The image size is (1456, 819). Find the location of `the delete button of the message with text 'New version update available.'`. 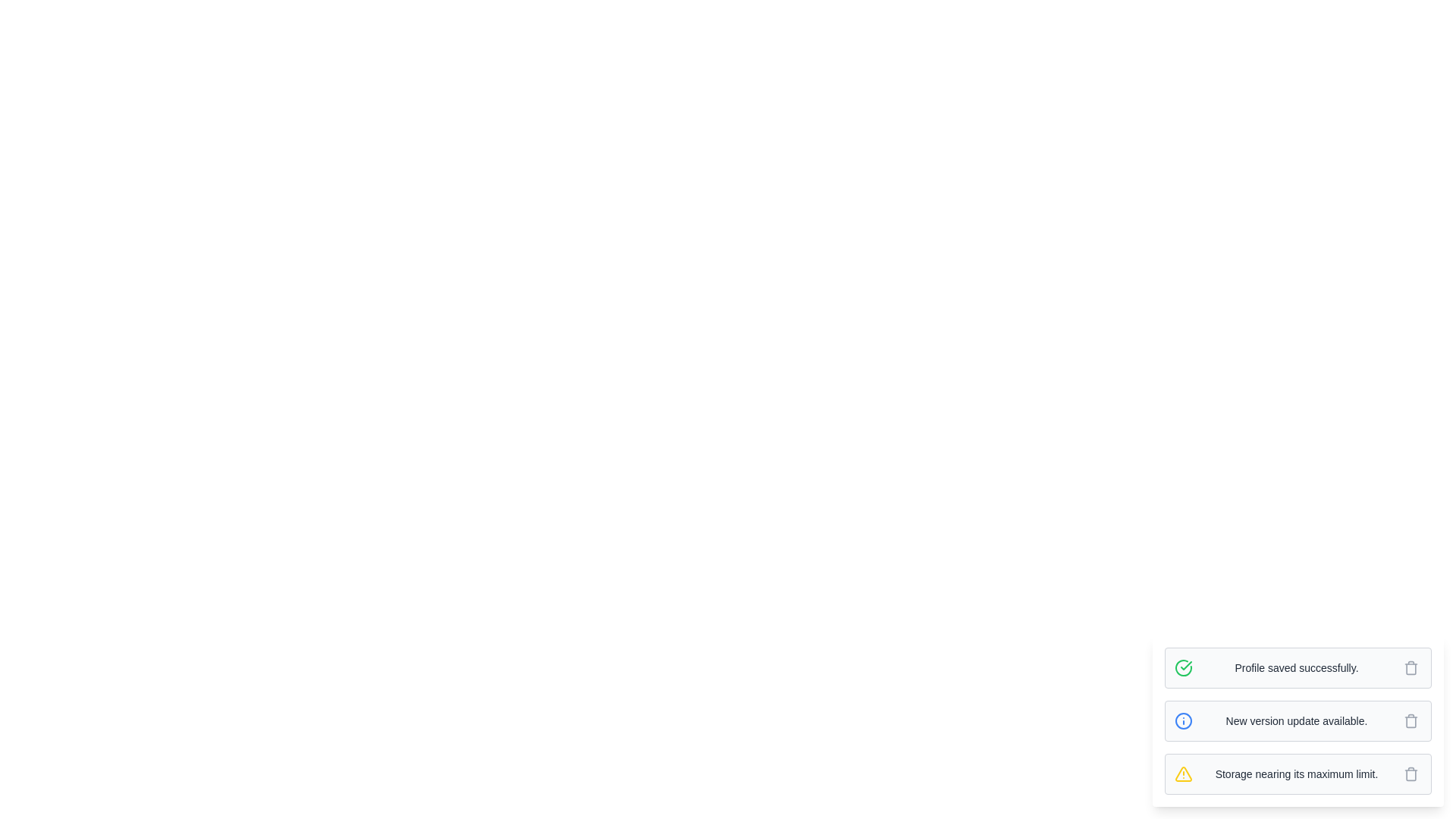

the delete button of the message with text 'New version update available.' is located at coordinates (1410, 720).